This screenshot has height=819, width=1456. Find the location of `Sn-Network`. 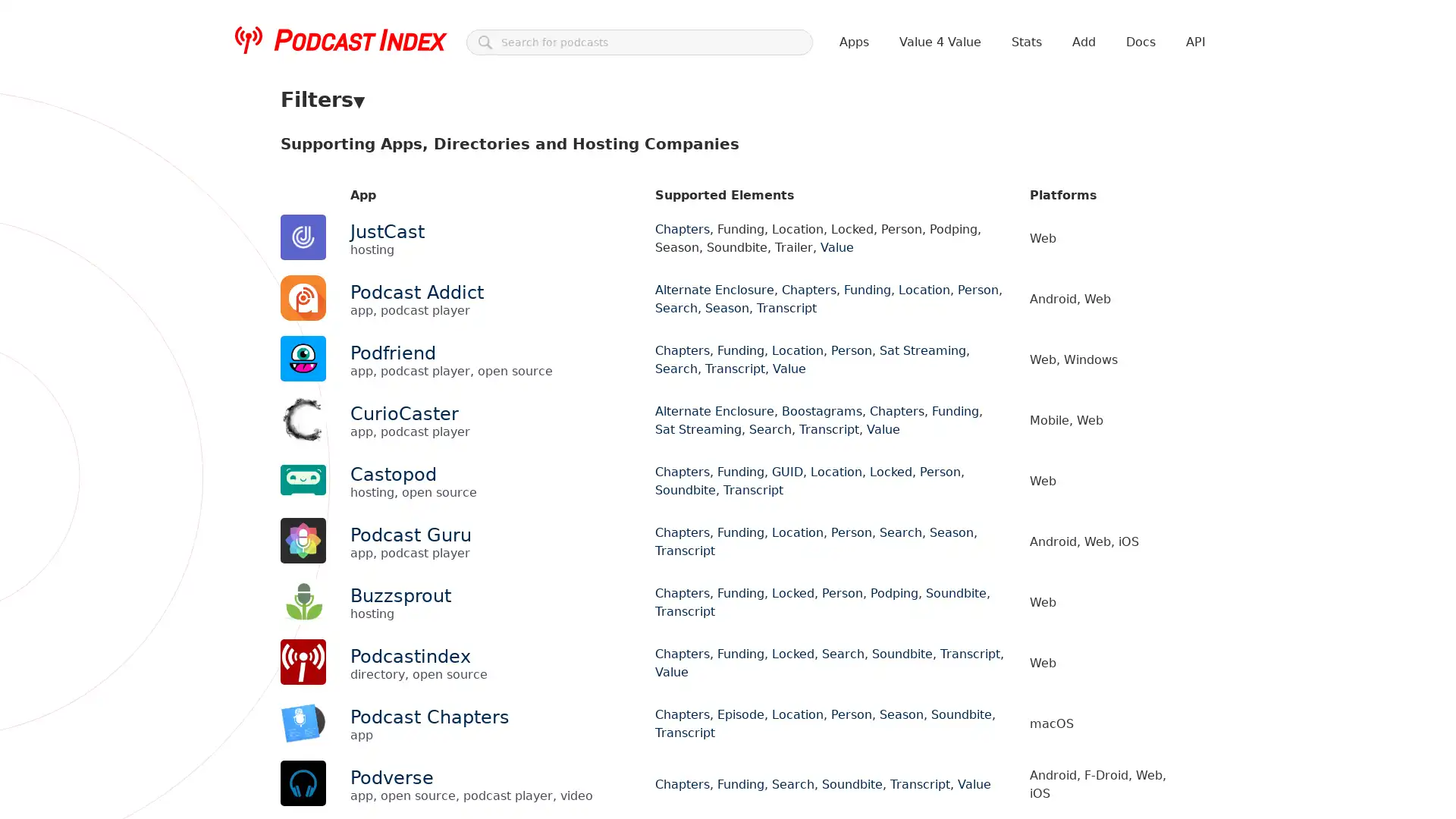

Sn-Network is located at coordinates (423, 258).